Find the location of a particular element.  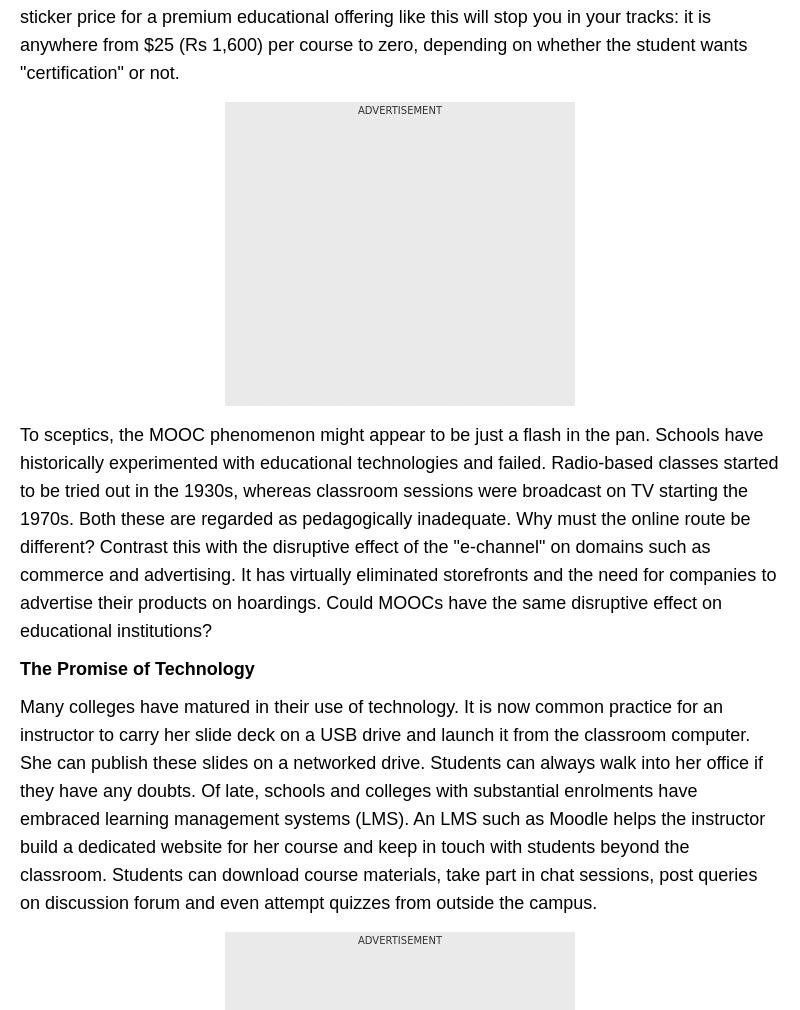

'Many colleges have matured in their use of technology. It is now common practice for an instructor to carry her slide deck on a USB drive and launch it from the classroom computer. She can publish these slides on a networked drive. Students can always walk into her office if they have any doubts. Of late, schools and colleges with substantial enrolments have embraced learning management systems (LMS). An LMS such as Moodle helps the instructor build a dedicated website for her course and keep in touch with students beyond the classroom. Students can download course materials, take part in chat sessions, post queries on discussion forum and even attempt quizzes from outside the campus.' is located at coordinates (391, 804).